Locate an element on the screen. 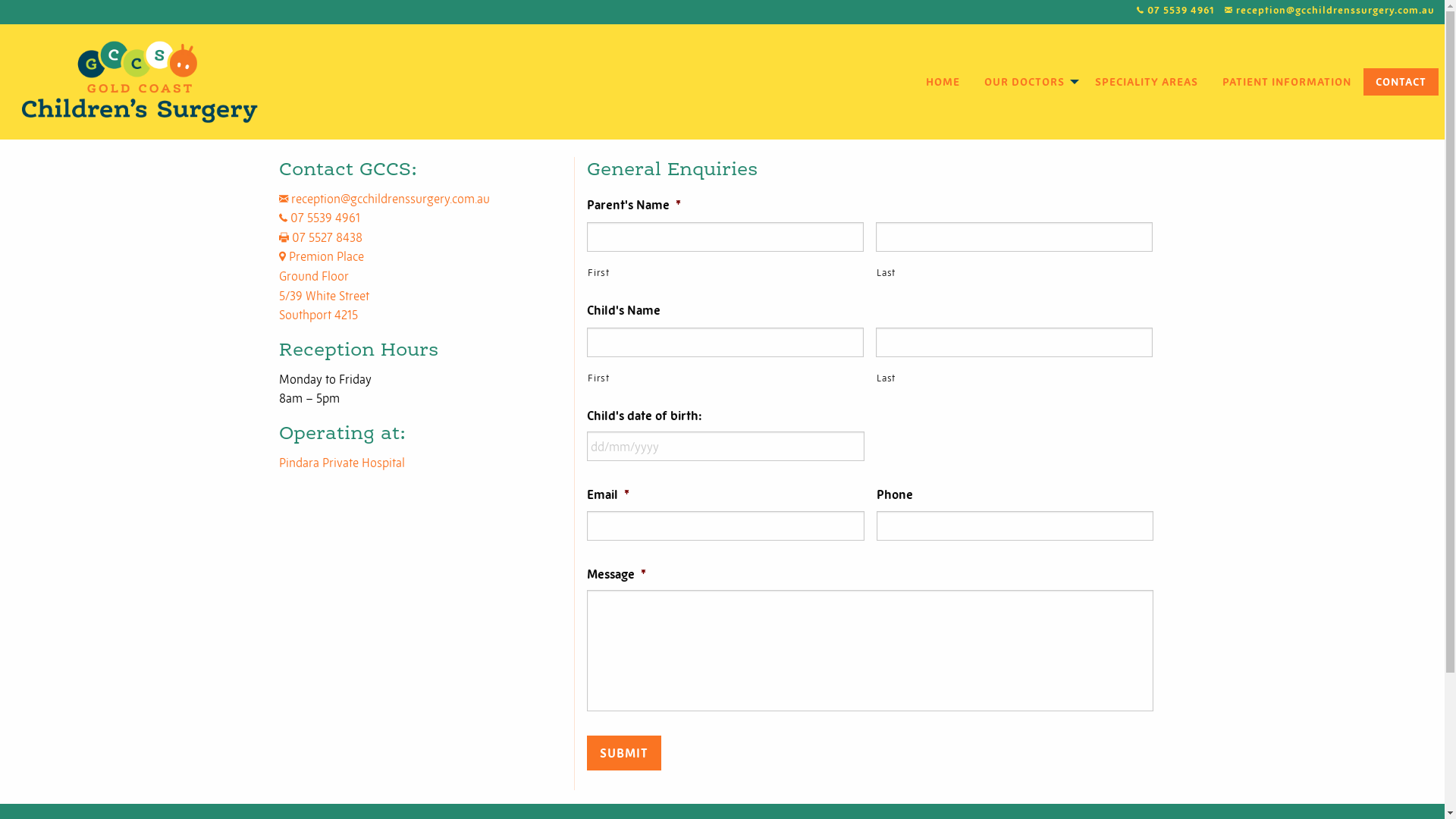  '07 5527 8438' is located at coordinates (319, 237).